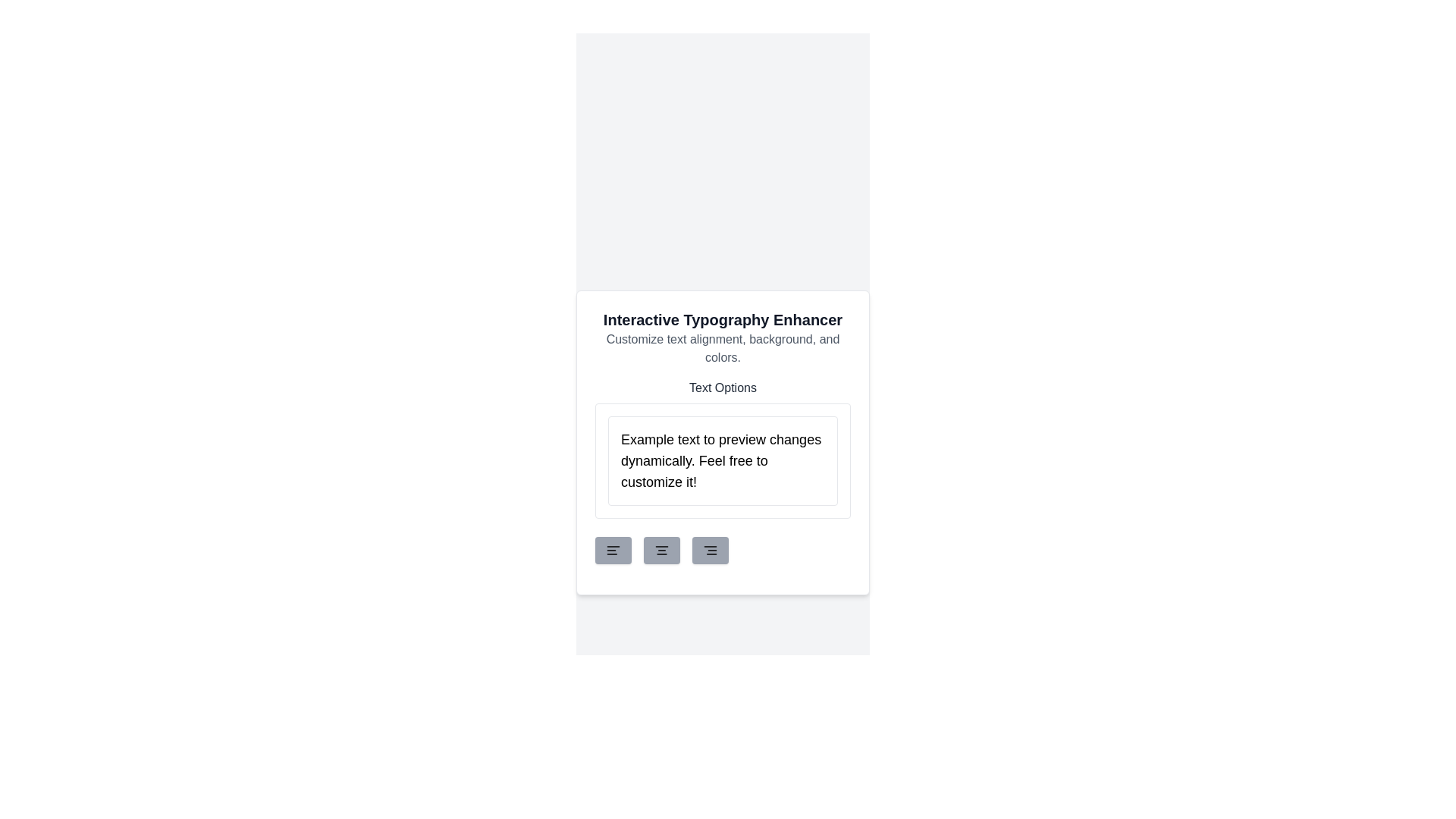  Describe the element at coordinates (722, 550) in the screenshot. I see `the text alignment button that aligns text to the right, which is the third button from the left` at that location.